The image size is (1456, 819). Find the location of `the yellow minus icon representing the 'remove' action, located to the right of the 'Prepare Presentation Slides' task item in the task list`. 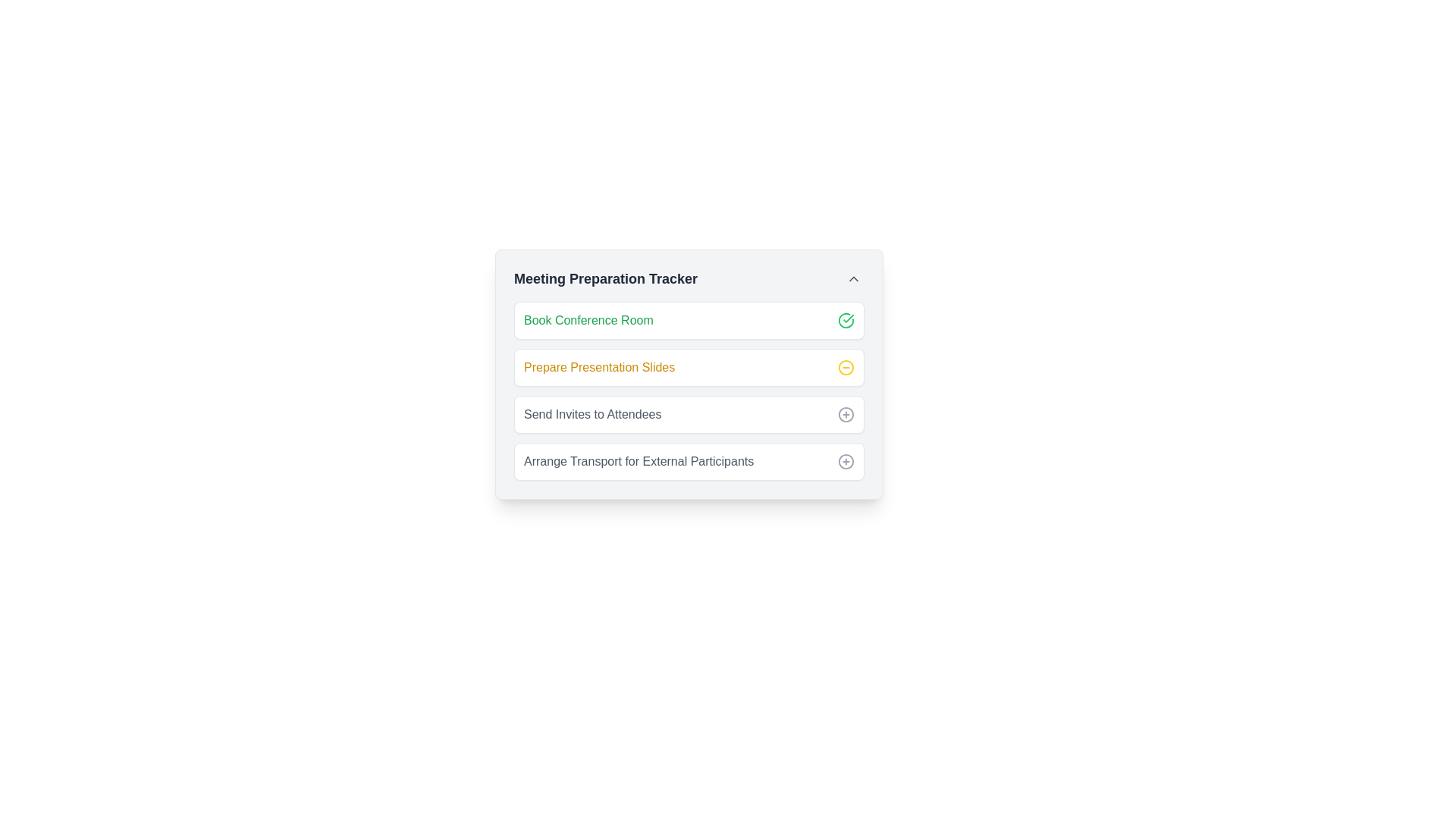

the yellow minus icon representing the 'remove' action, located to the right of the 'Prepare Presentation Slides' task item in the task list is located at coordinates (846, 368).